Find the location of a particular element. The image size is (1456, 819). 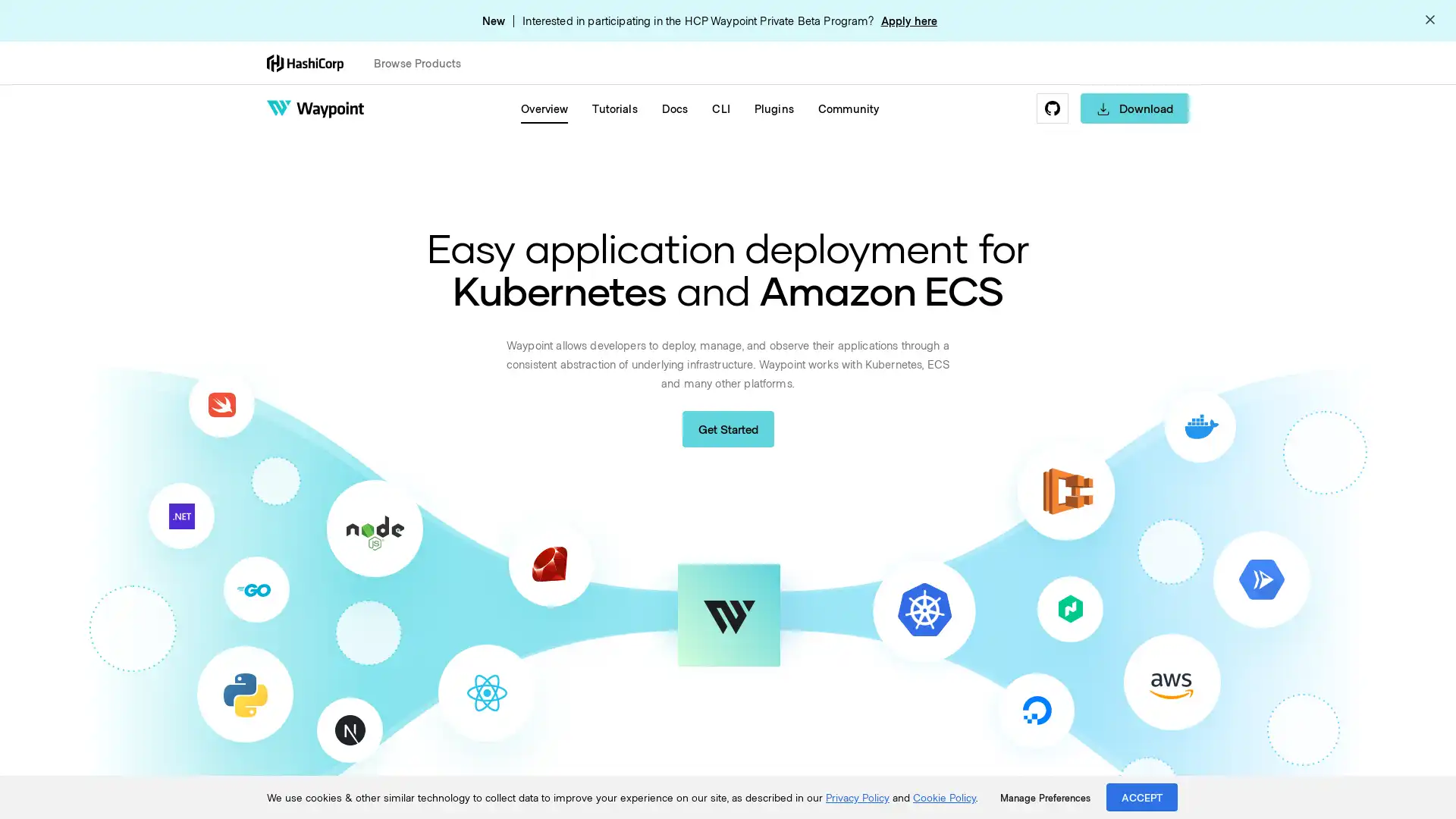

ACCEPT is located at coordinates (1142, 796).